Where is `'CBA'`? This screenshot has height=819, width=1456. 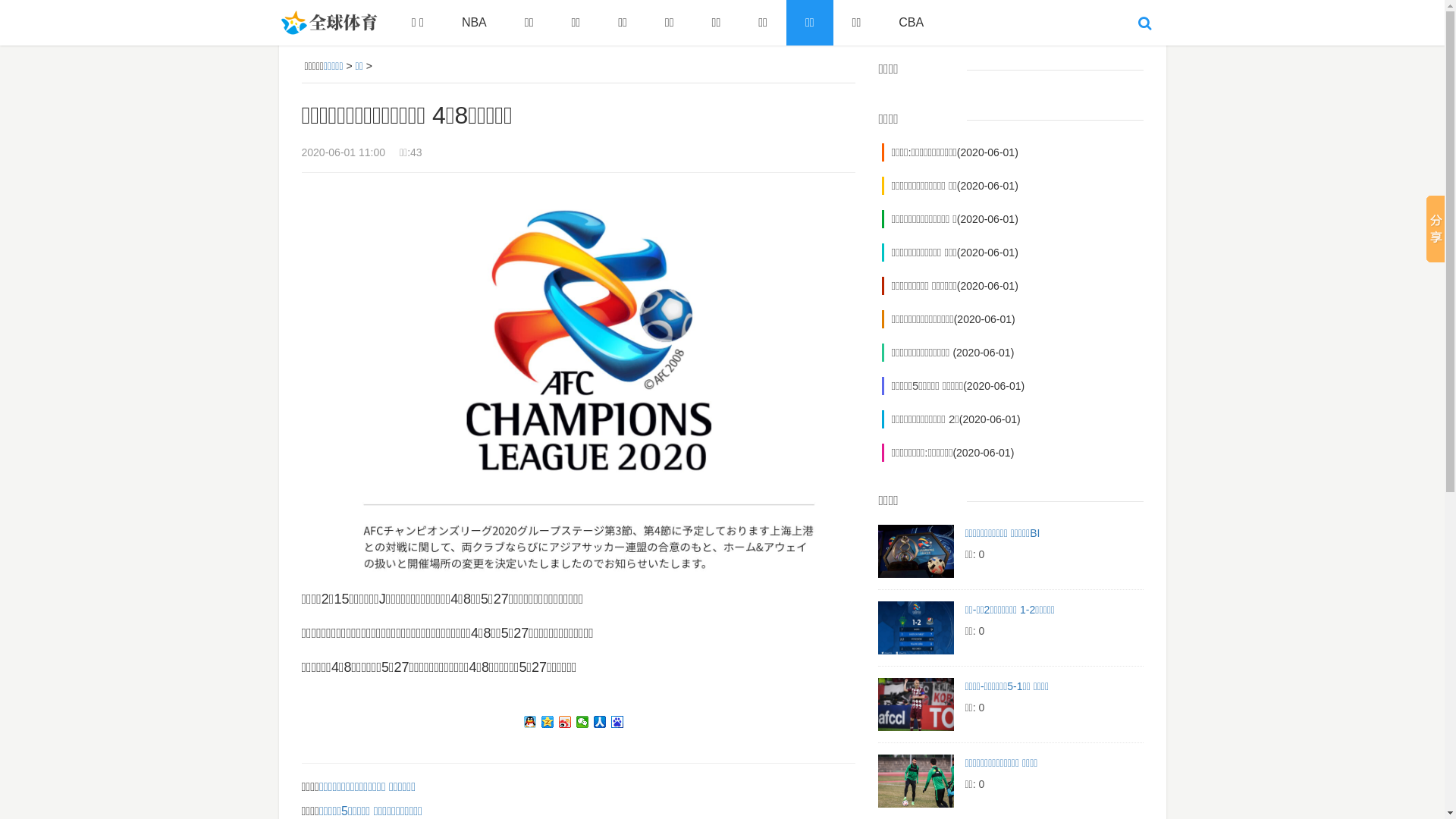
'CBA' is located at coordinates (910, 23).